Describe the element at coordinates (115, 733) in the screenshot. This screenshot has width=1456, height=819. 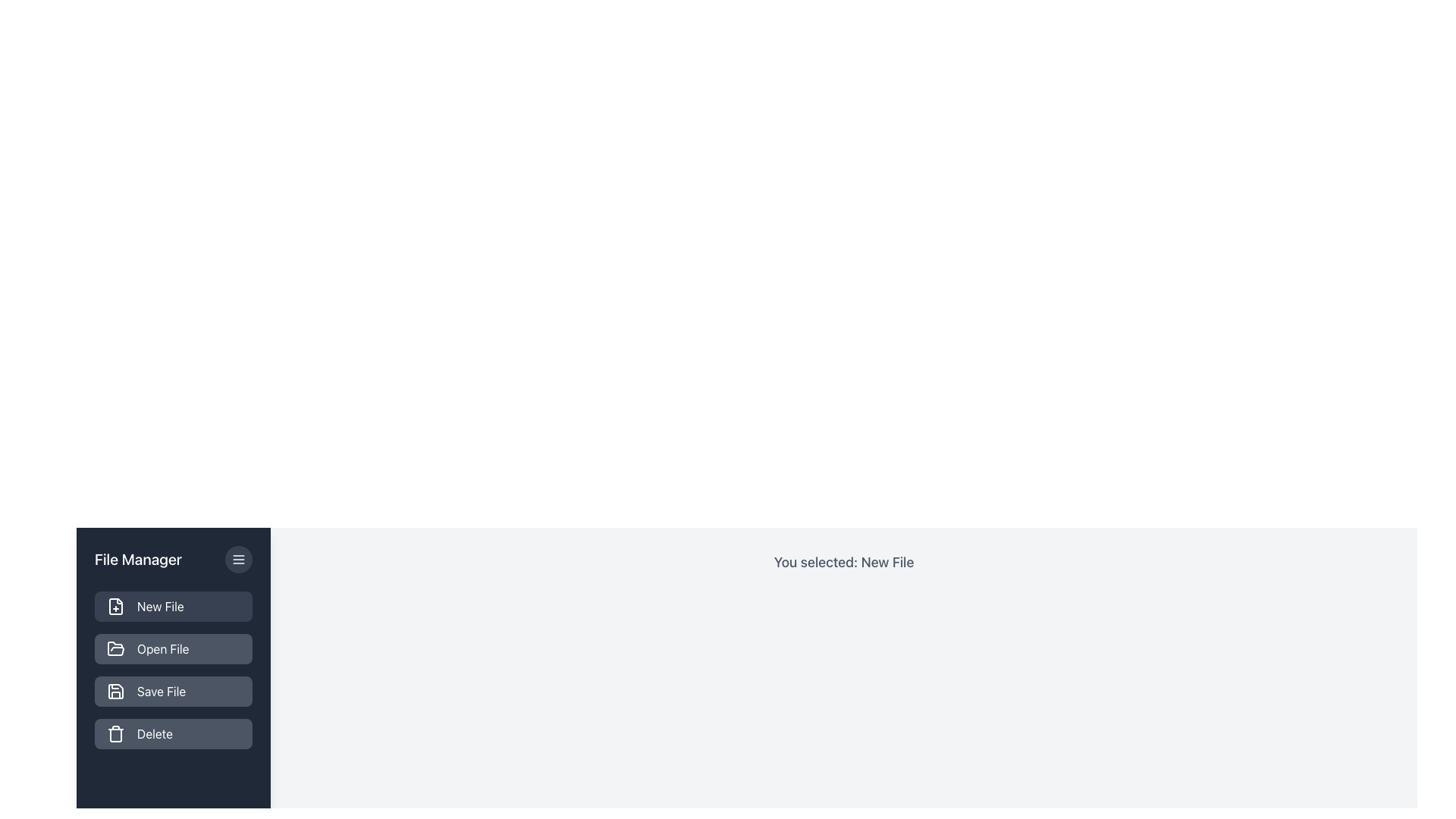
I see `the 'Delete' button, which contains a trash can icon on its left side and is the fourth item in a vertically stacked menu` at that location.